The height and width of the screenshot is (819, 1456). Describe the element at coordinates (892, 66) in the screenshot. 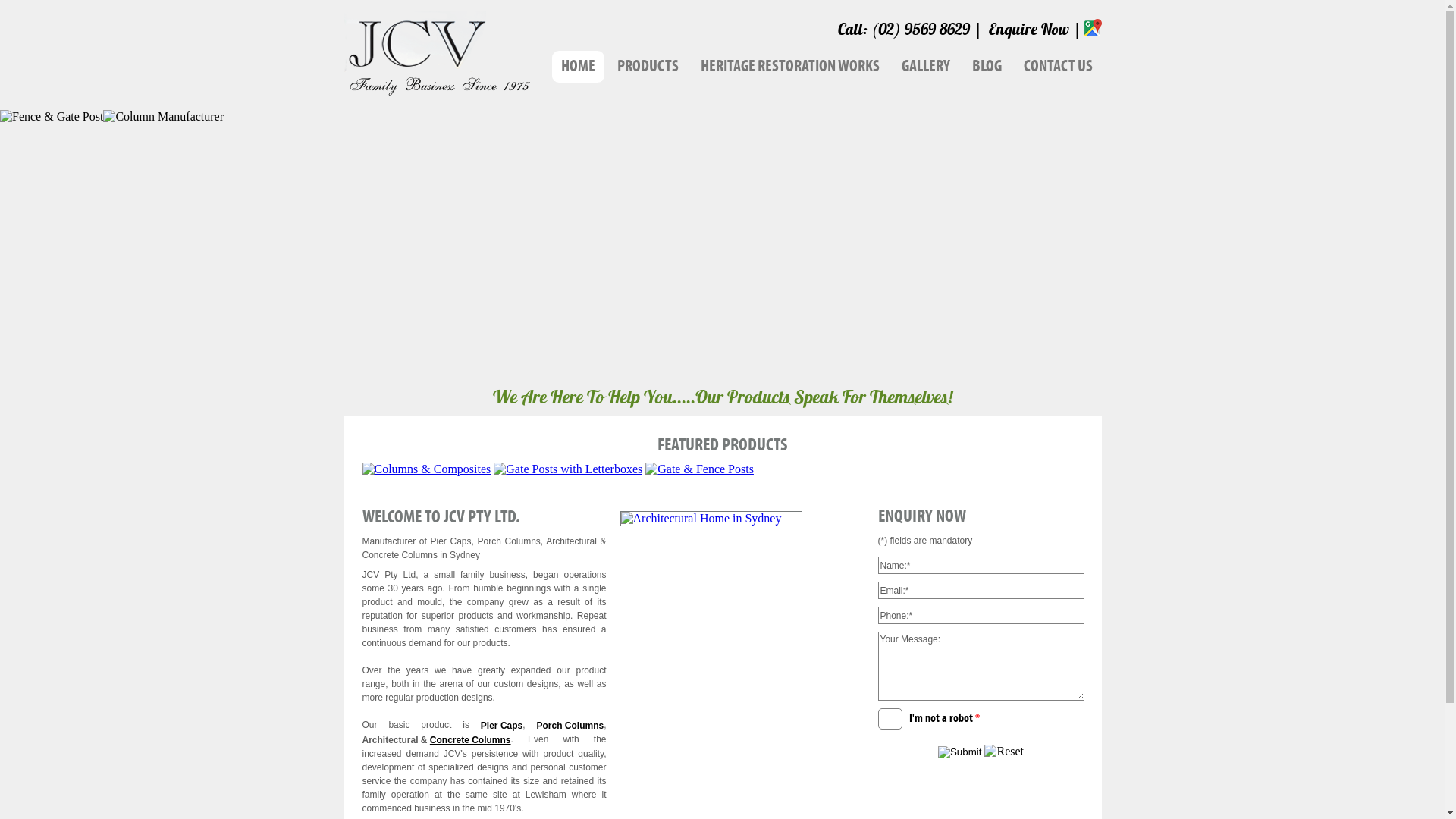

I see `'GALLERY'` at that location.